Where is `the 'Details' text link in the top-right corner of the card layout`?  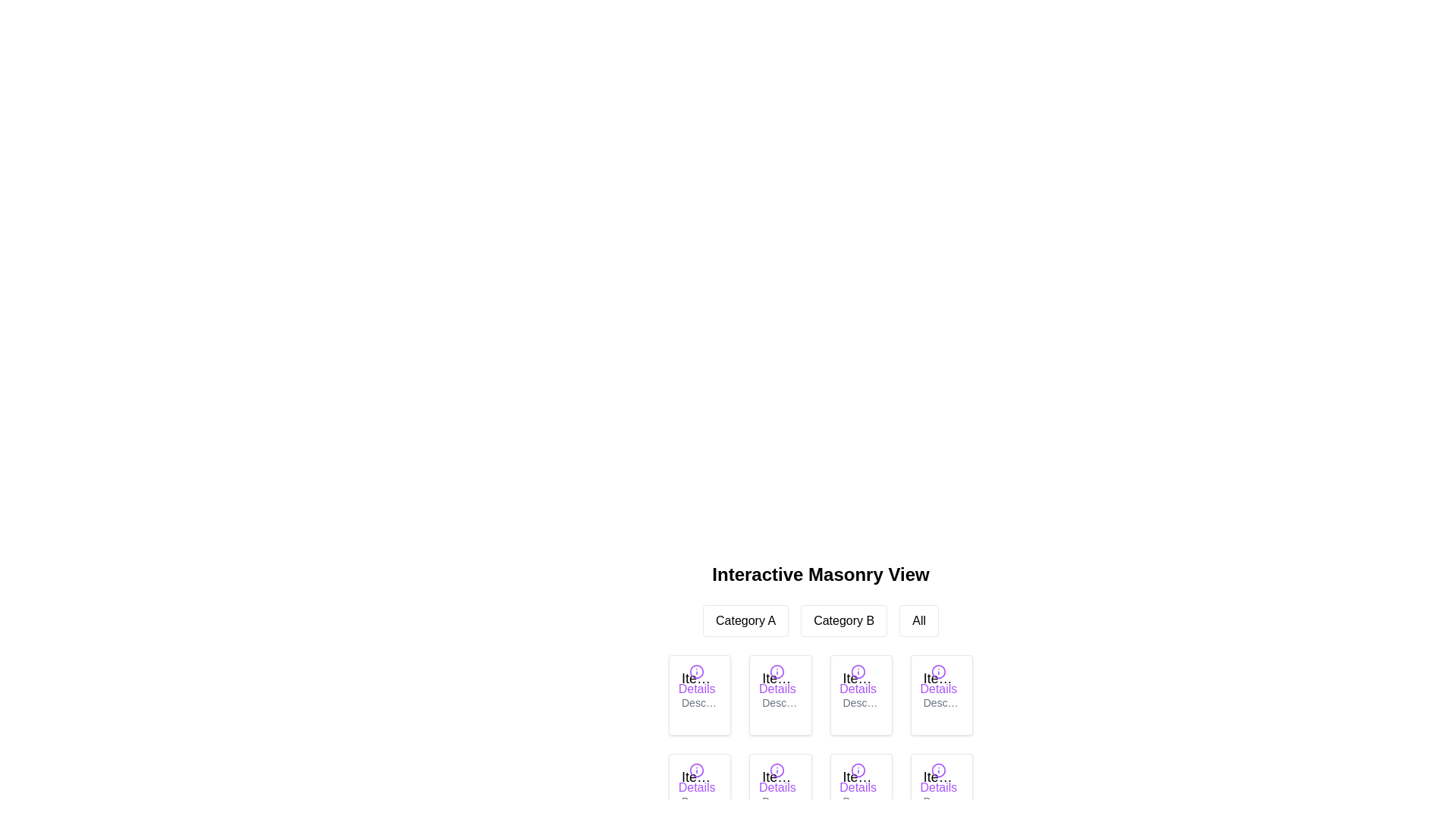
the 'Details' text link in the top-right corner of the card layout is located at coordinates (937, 778).